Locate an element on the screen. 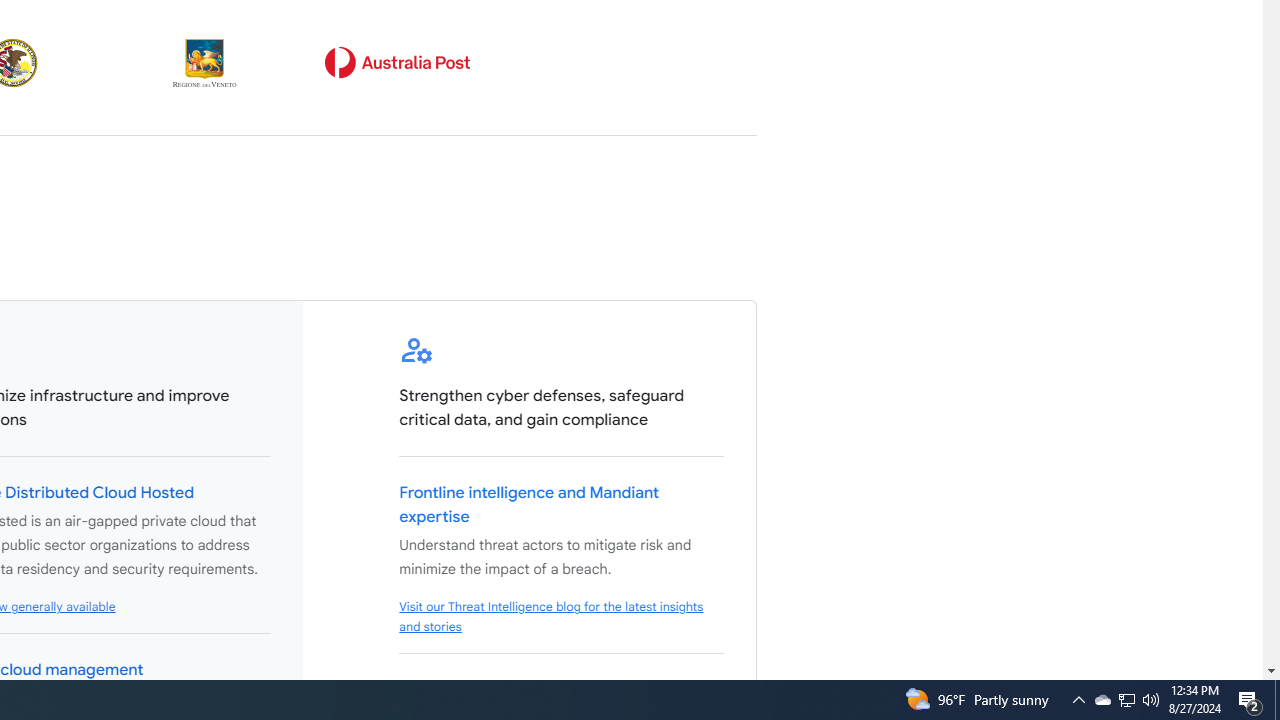  'Regione Veneto' is located at coordinates (205, 62).